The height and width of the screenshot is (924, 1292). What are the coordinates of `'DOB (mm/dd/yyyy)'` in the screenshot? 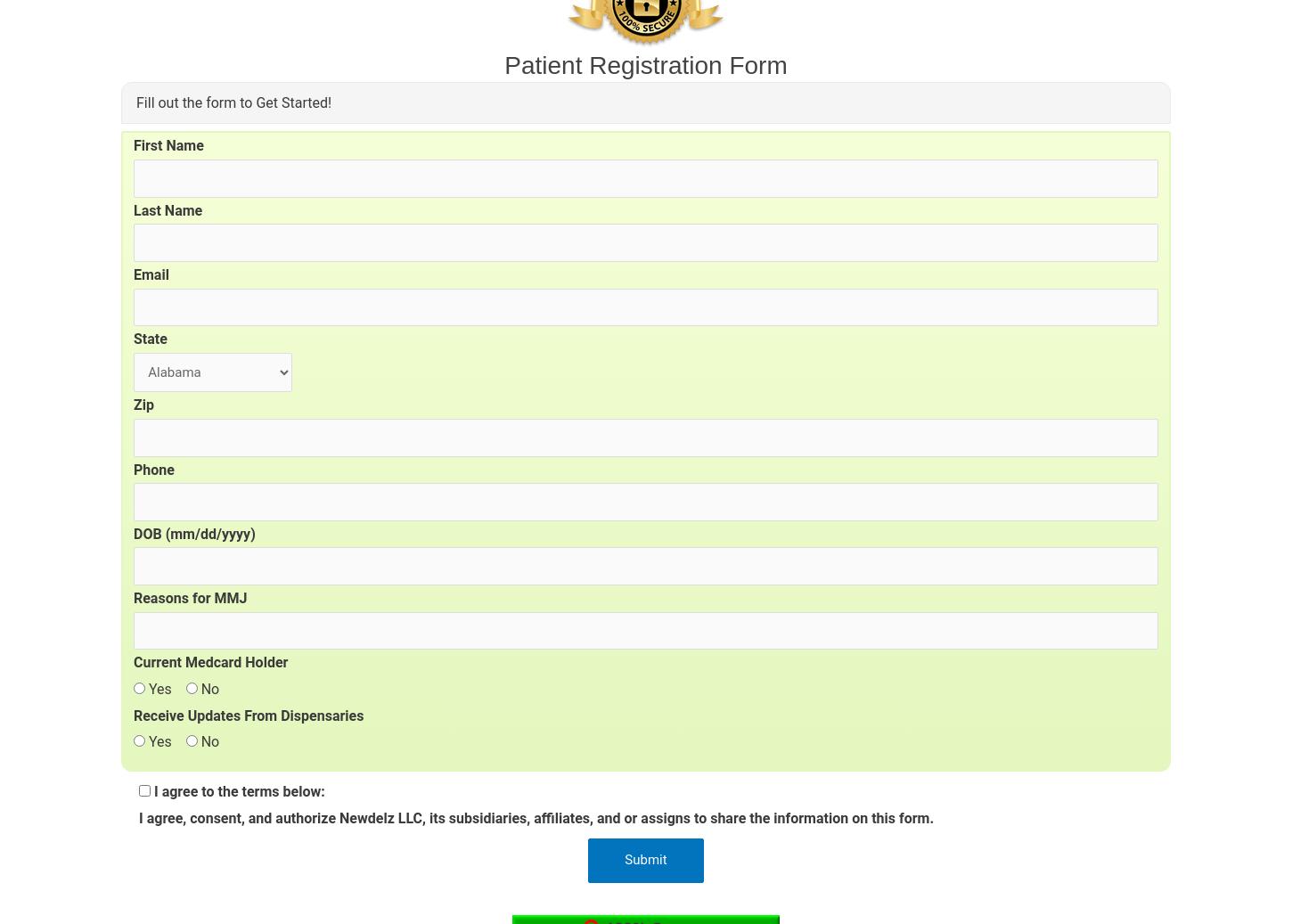 It's located at (192, 533).